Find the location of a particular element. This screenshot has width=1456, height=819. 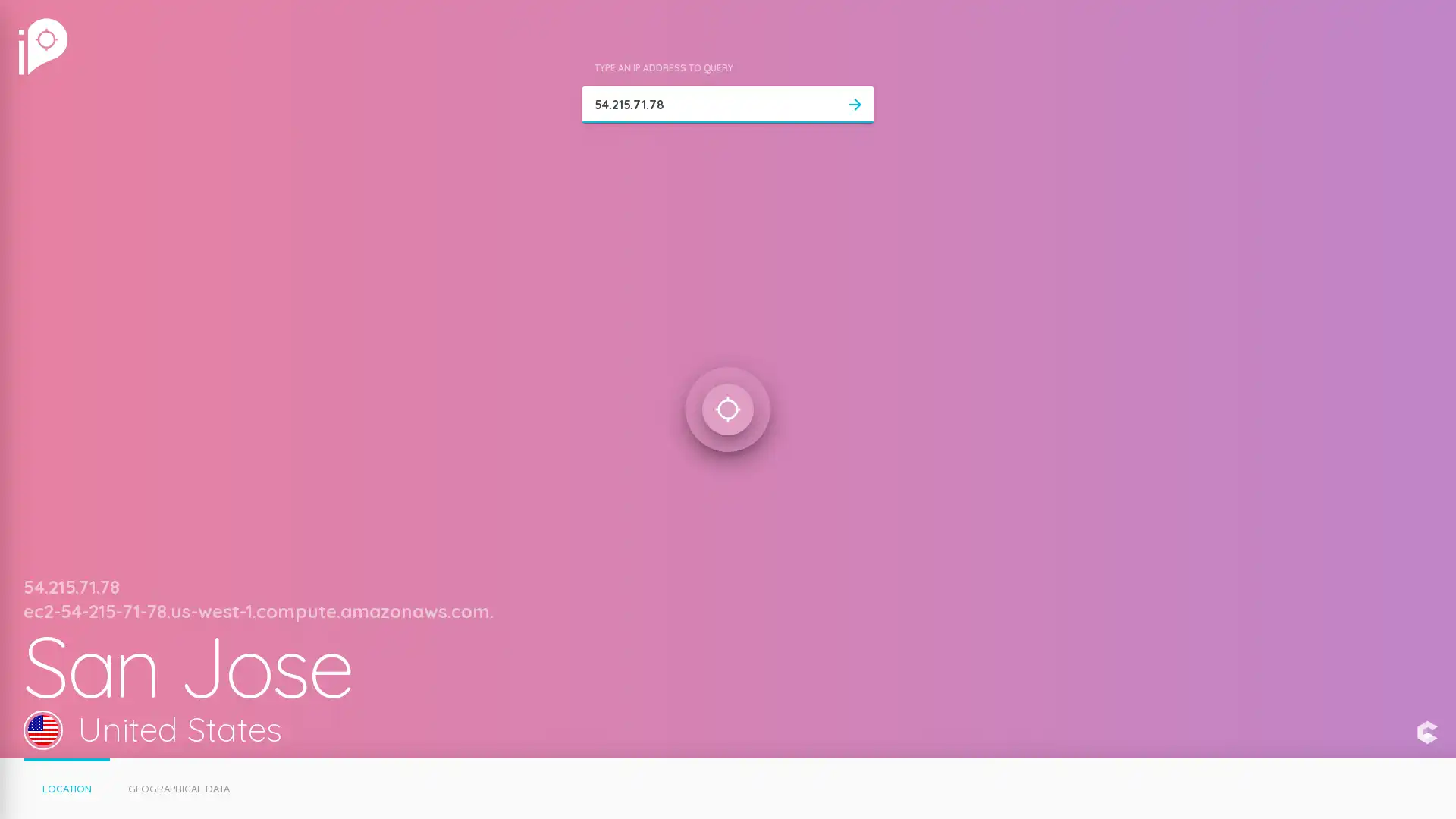

arrow_forward is located at coordinates (855, 104).